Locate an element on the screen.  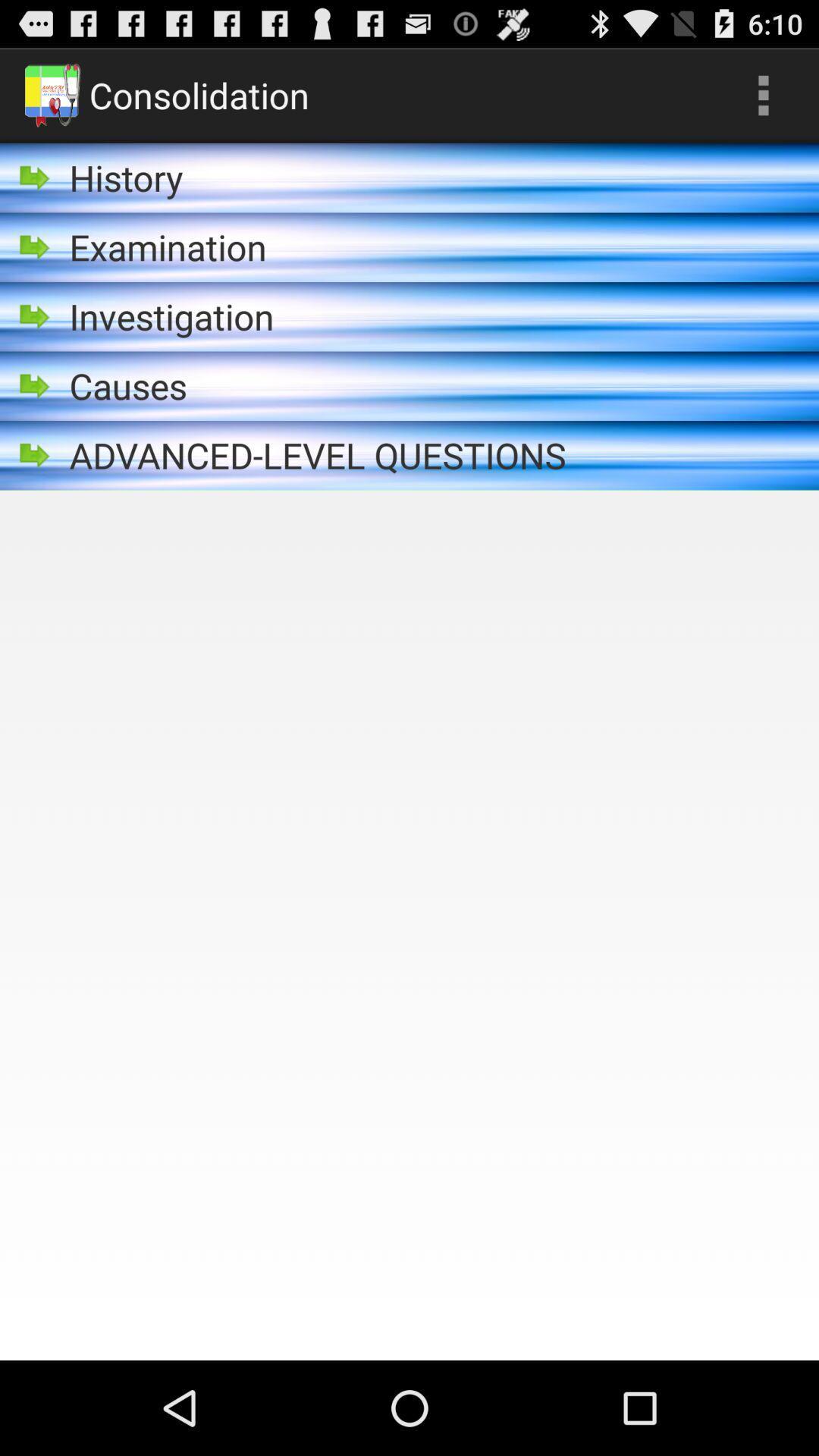
the app next to consolidation is located at coordinates (763, 94).